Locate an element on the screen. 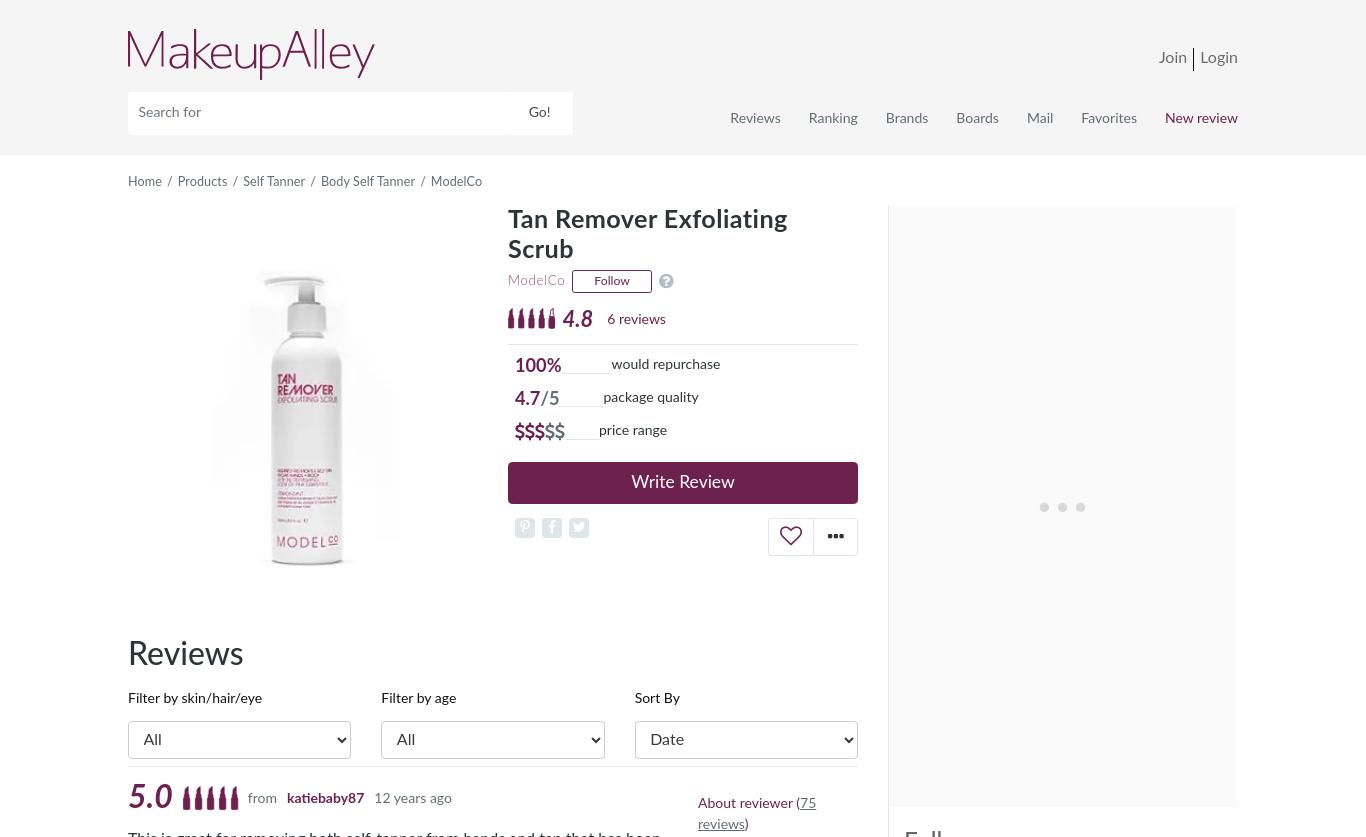  'Boards' is located at coordinates (976, 118).